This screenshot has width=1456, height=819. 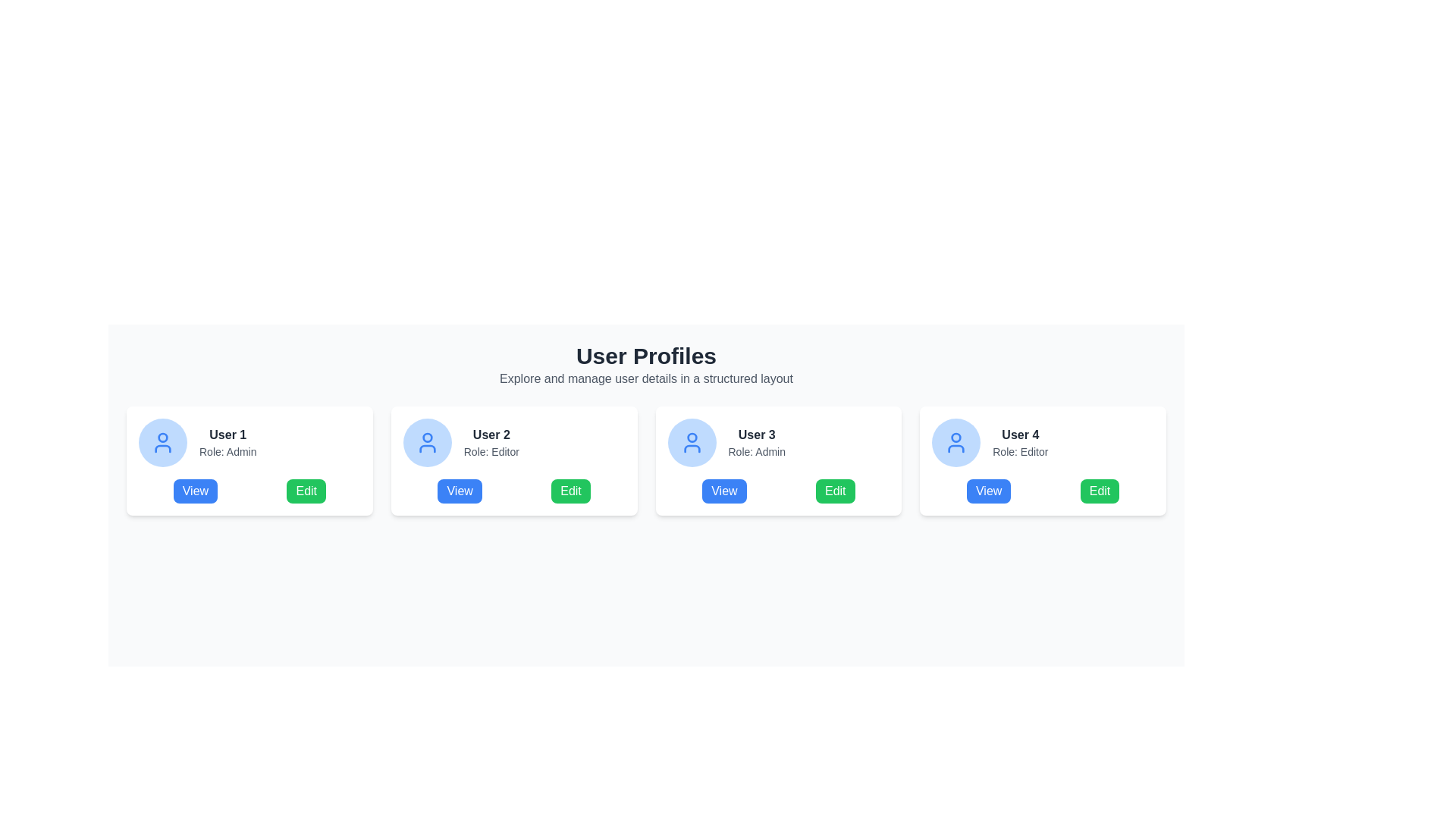 What do you see at coordinates (426, 438) in the screenshot?
I see `circular user profile image icon with a blue outline, located in the second user card from the left, using developer tools` at bounding box center [426, 438].